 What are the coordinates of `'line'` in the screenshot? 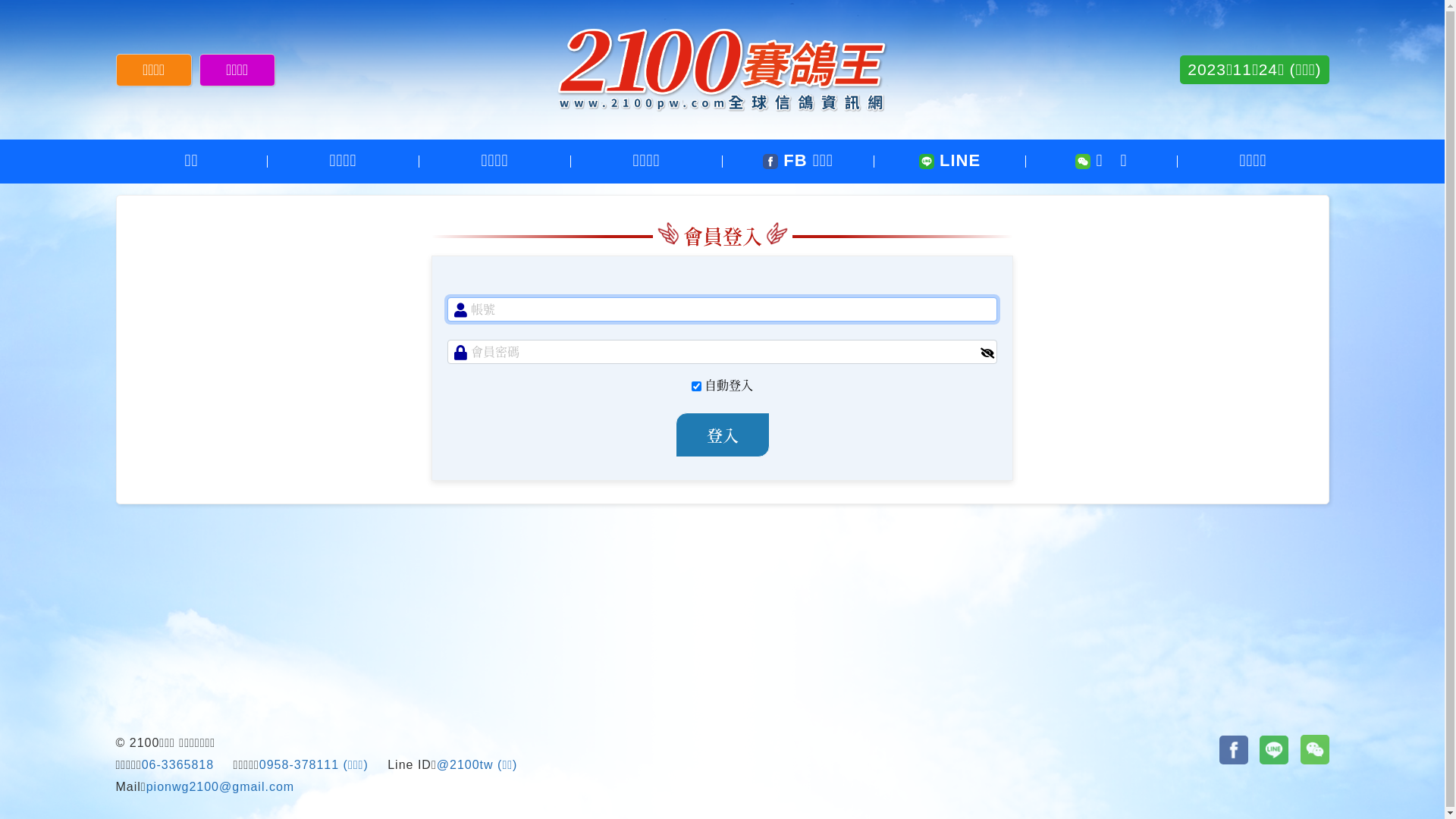 It's located at (1265, 748).